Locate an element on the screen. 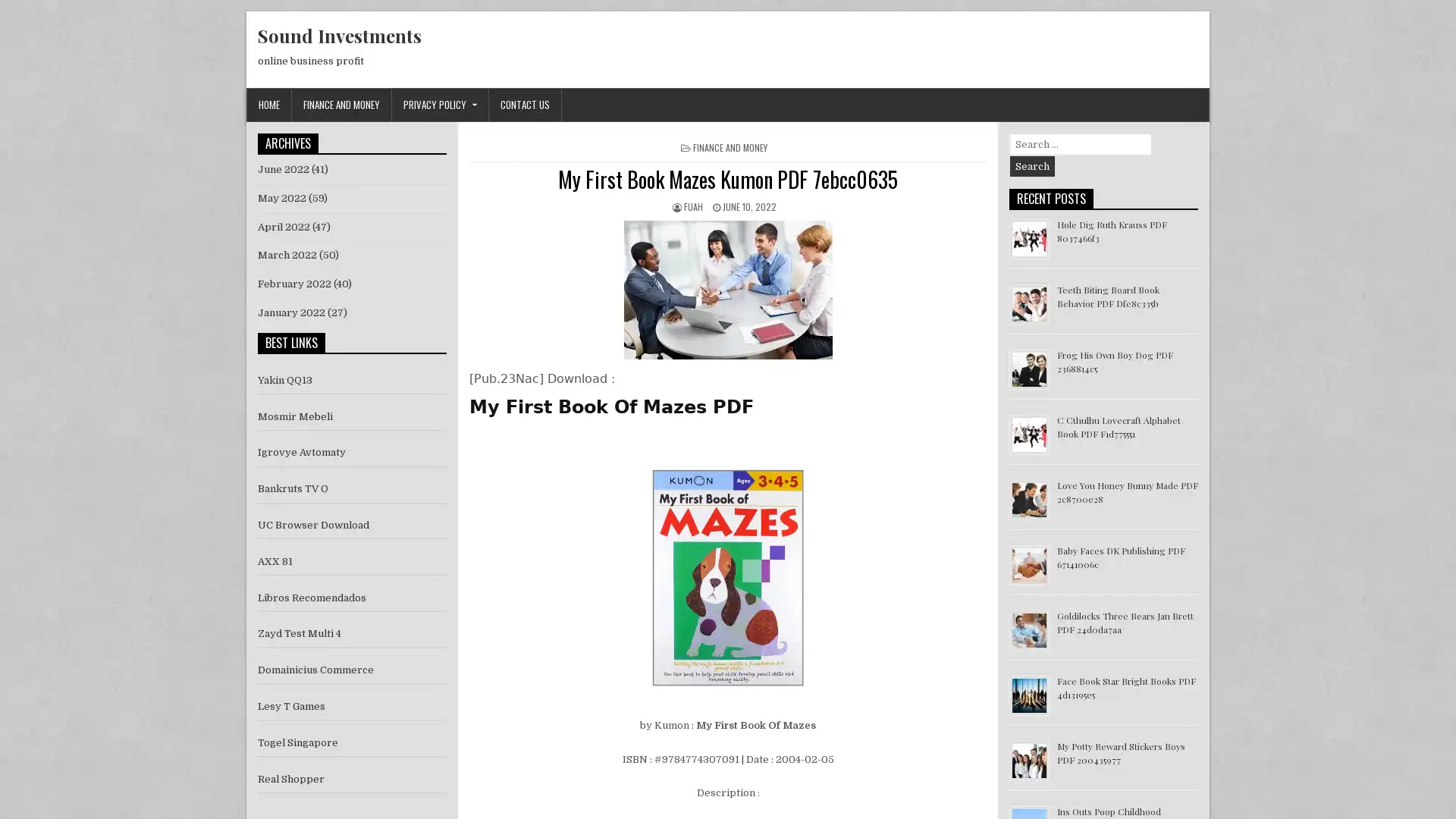  Search is located at coordinates (1031, 166).